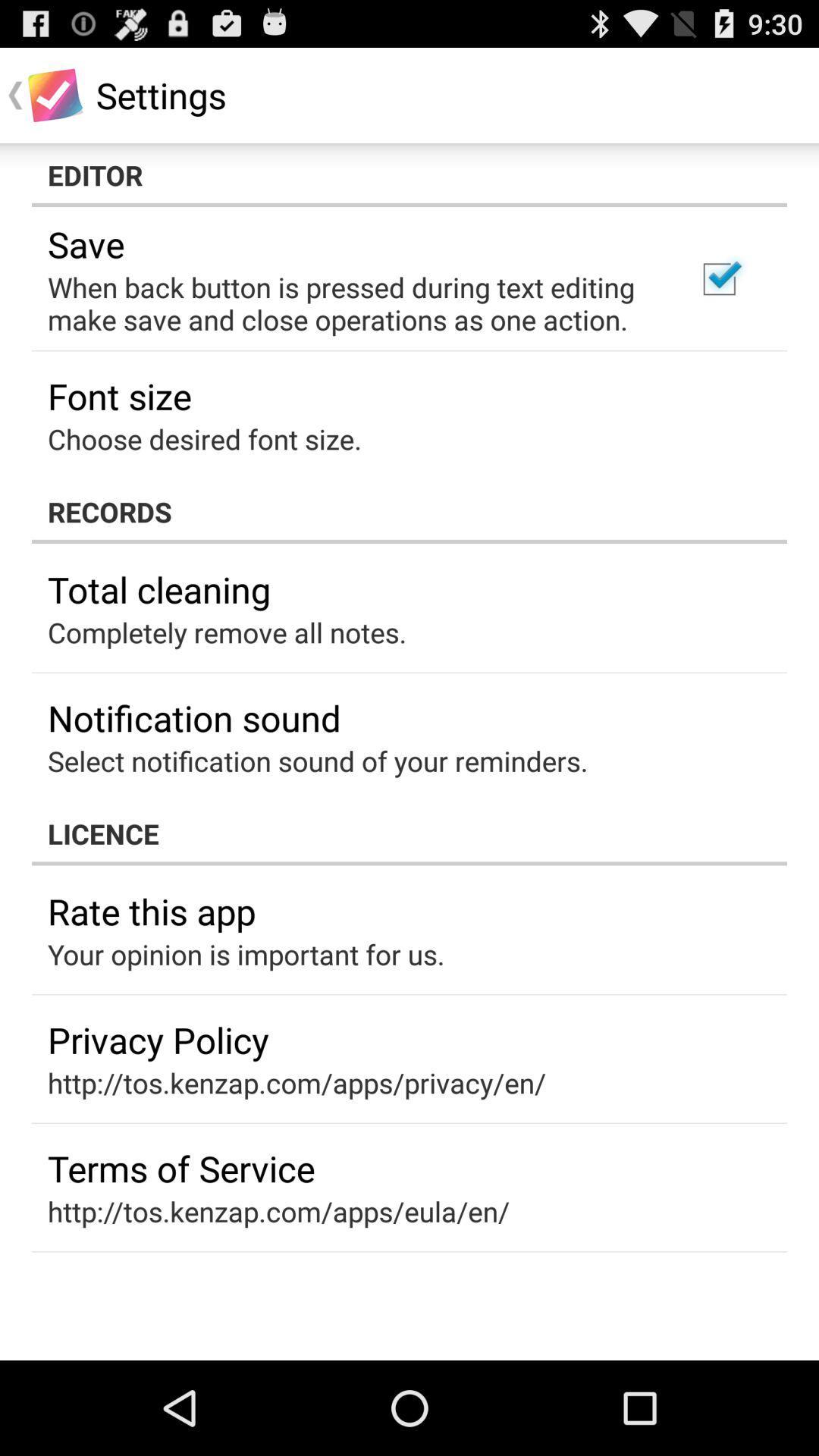  Describe the element at coordinates (409, 174) in the screenshot. I see `editor` at that location.